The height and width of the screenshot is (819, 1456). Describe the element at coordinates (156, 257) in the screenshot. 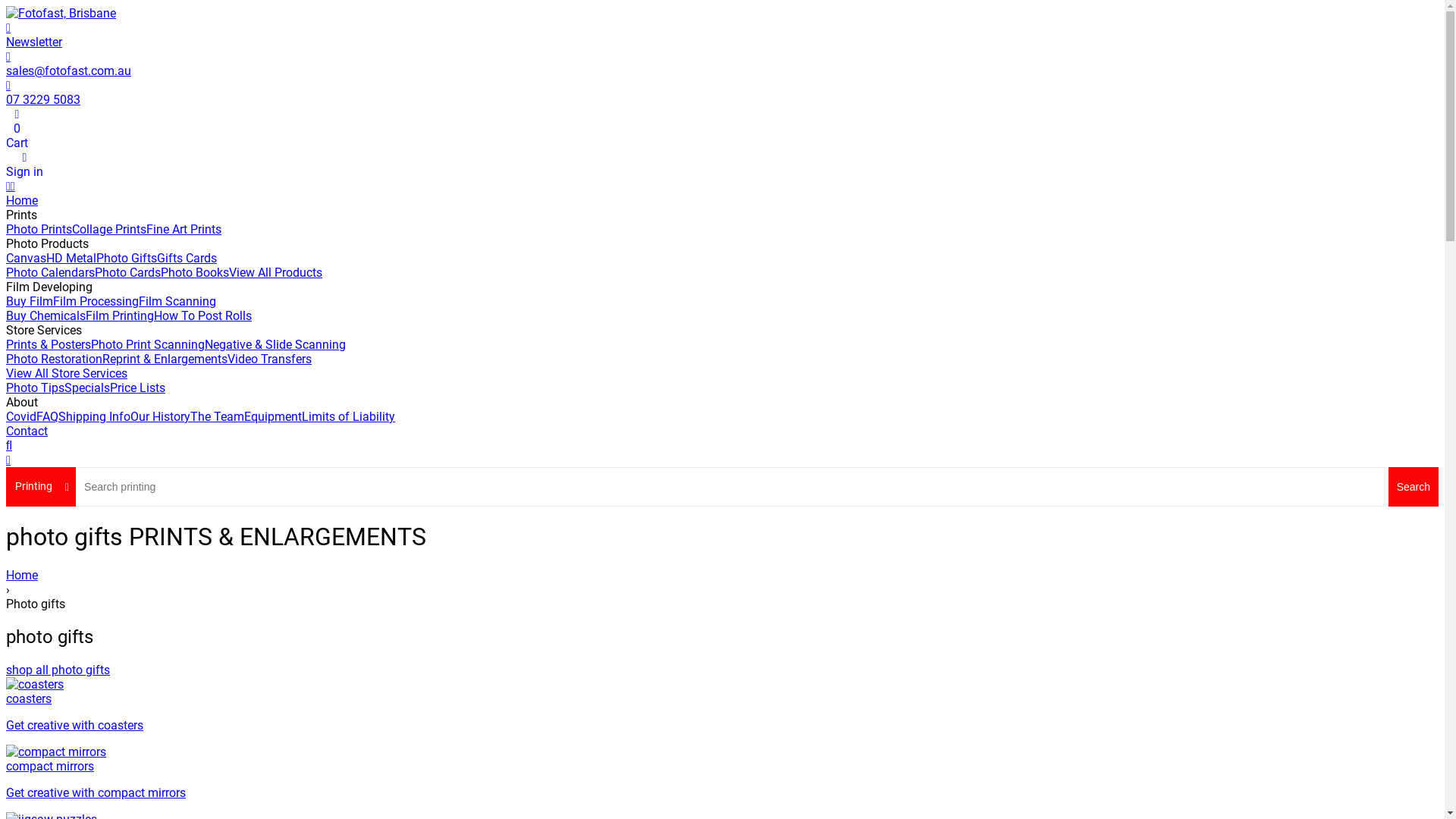

I see `'Gifts Cards'` at that location.